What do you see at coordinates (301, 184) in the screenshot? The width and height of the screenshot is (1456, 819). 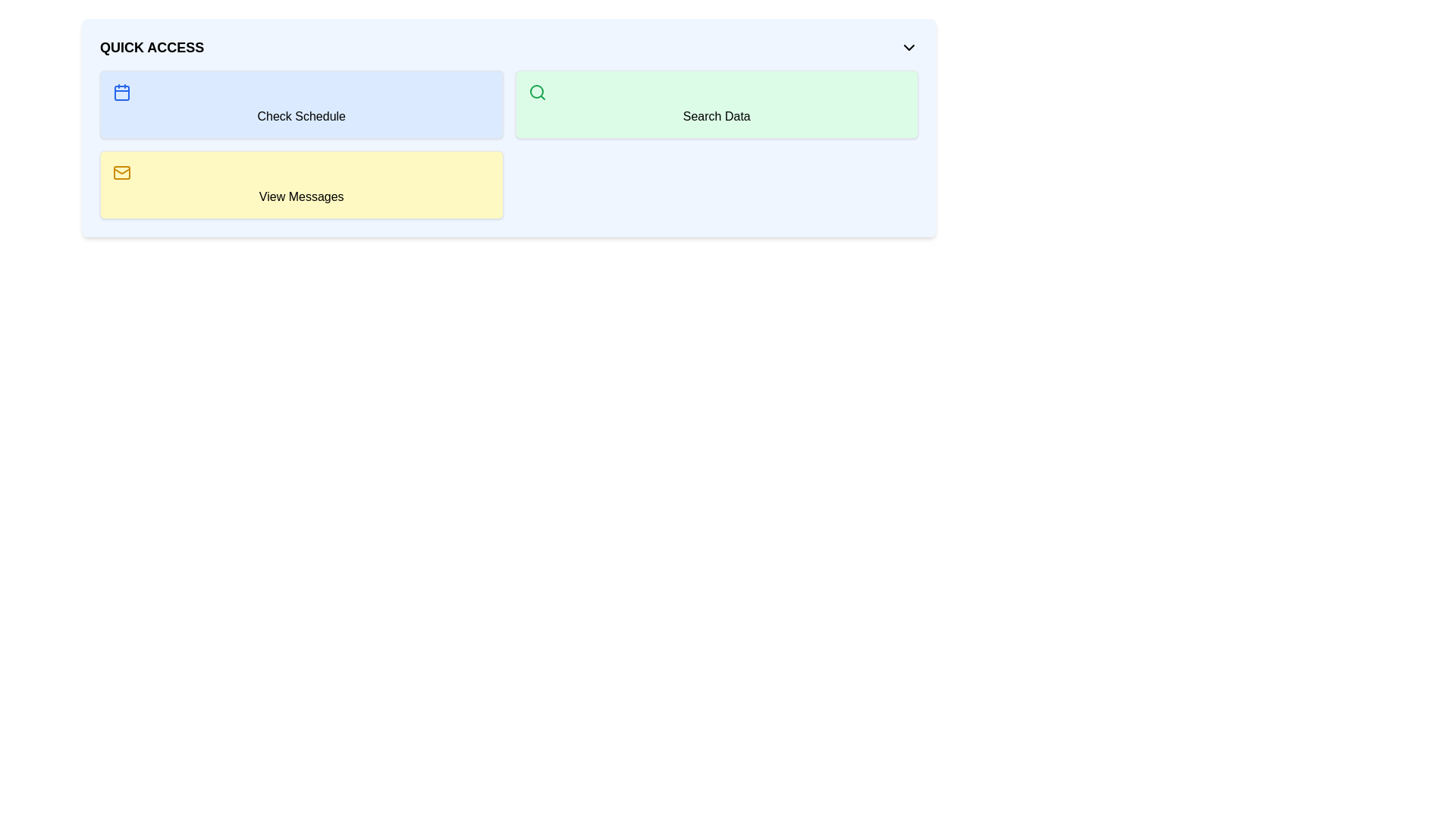 I see `the 'View Messages' button located beneath the 'Check Schedule' item and to the left of the 'Search Data' item` at bounding box center [301, 184].